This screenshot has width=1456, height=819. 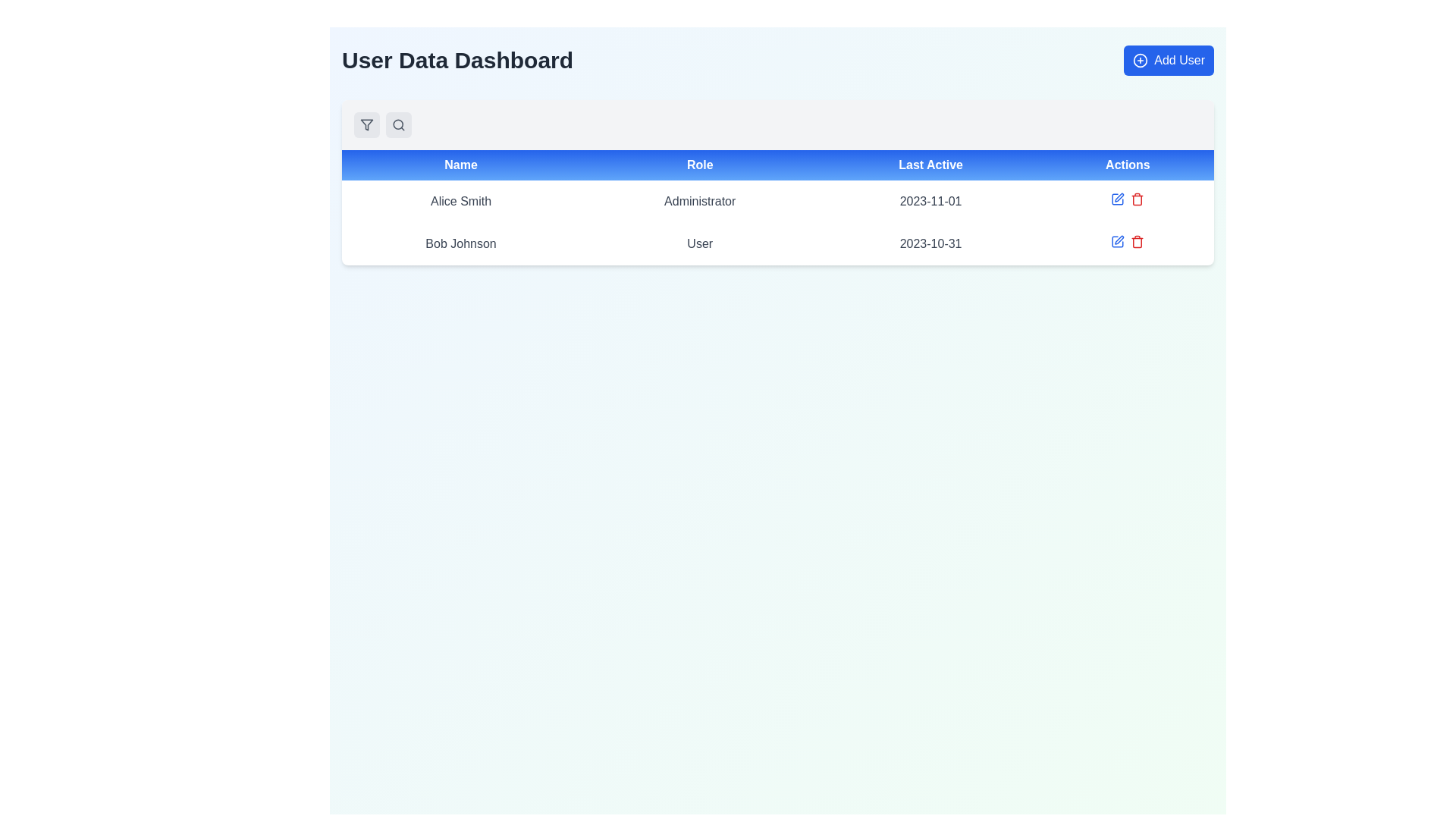 I want to click on the text label displaying the role 'Administrator' in the second cell of the first data row under the 'Role' column, so click(x=699, y=201).